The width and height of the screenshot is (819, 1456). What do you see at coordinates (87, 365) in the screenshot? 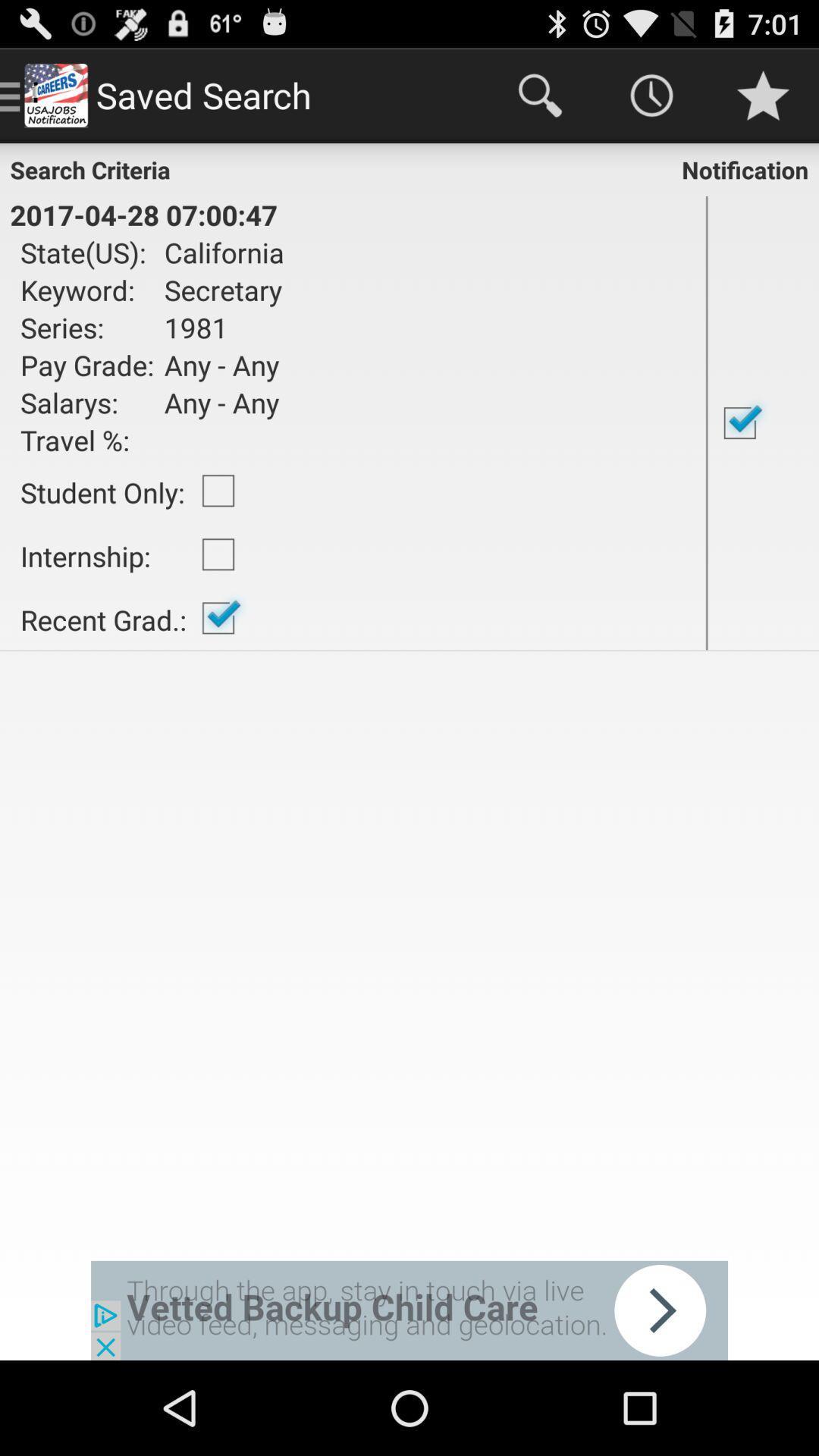
I see `pay grade: item` at bounding box center [87, 365].